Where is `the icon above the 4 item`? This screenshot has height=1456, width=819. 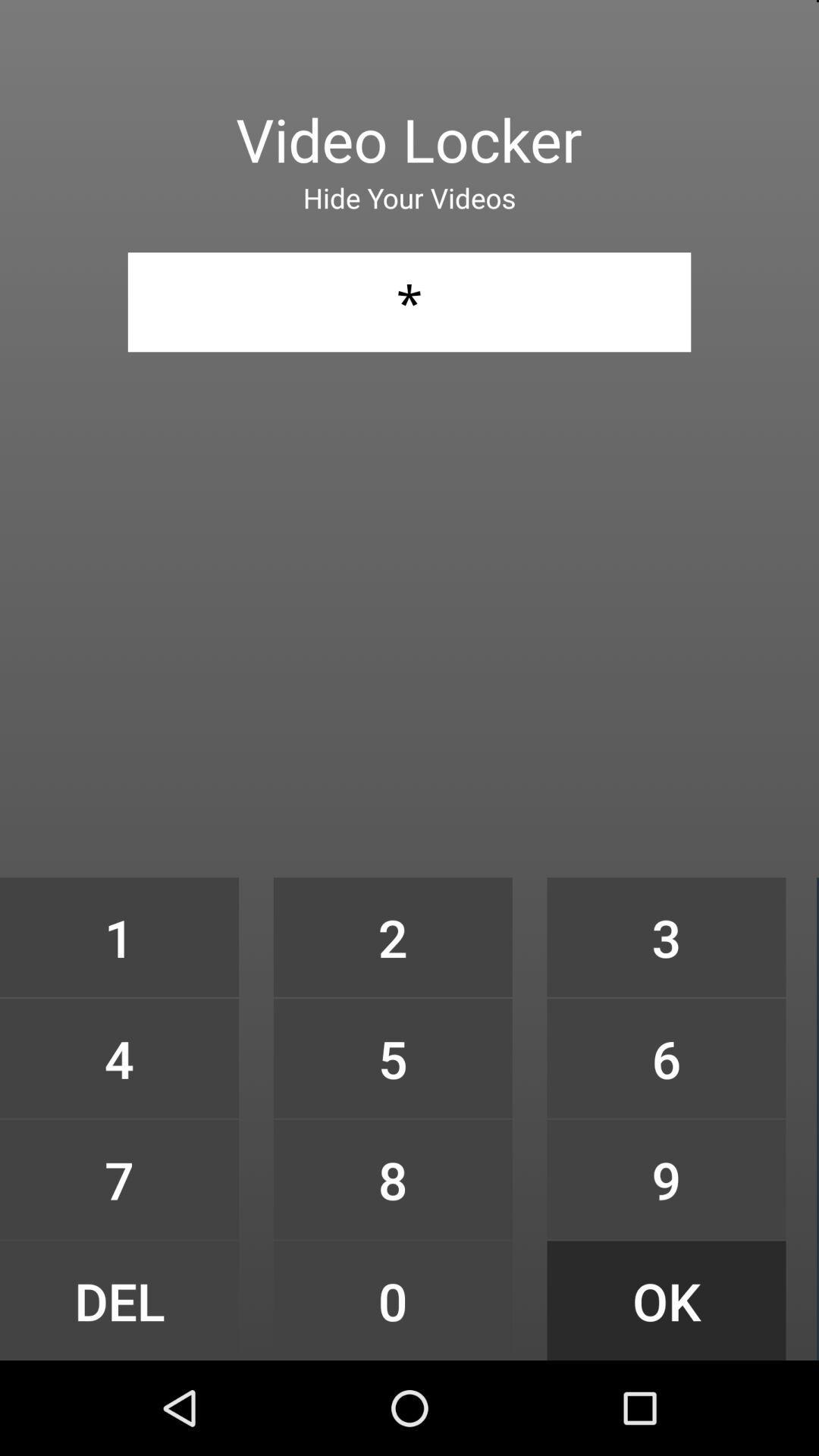 the icon above the 4 item is located at coordinates (118, 937).